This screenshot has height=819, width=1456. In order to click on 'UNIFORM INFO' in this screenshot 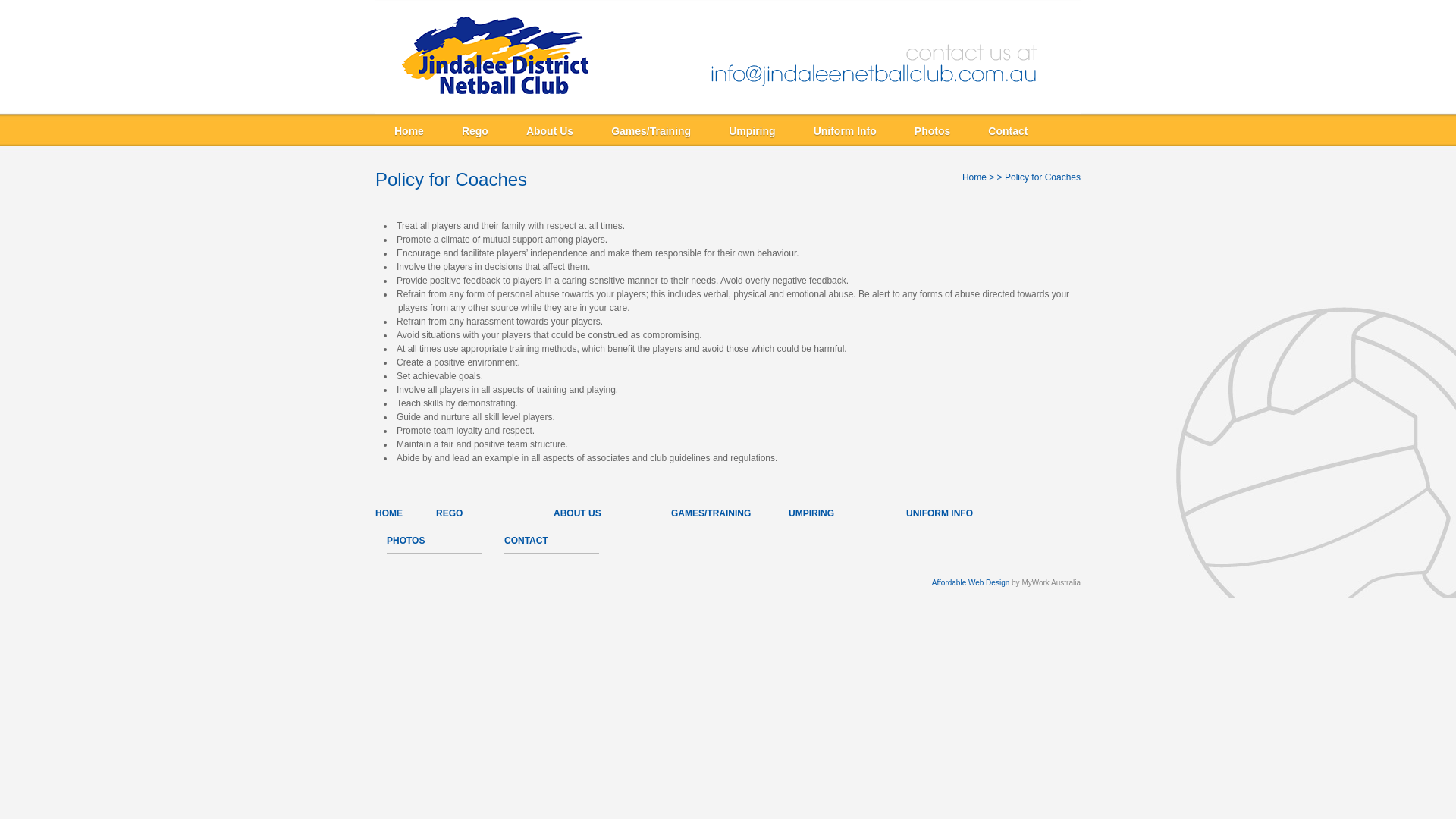, I will do `click(938, 513)`.